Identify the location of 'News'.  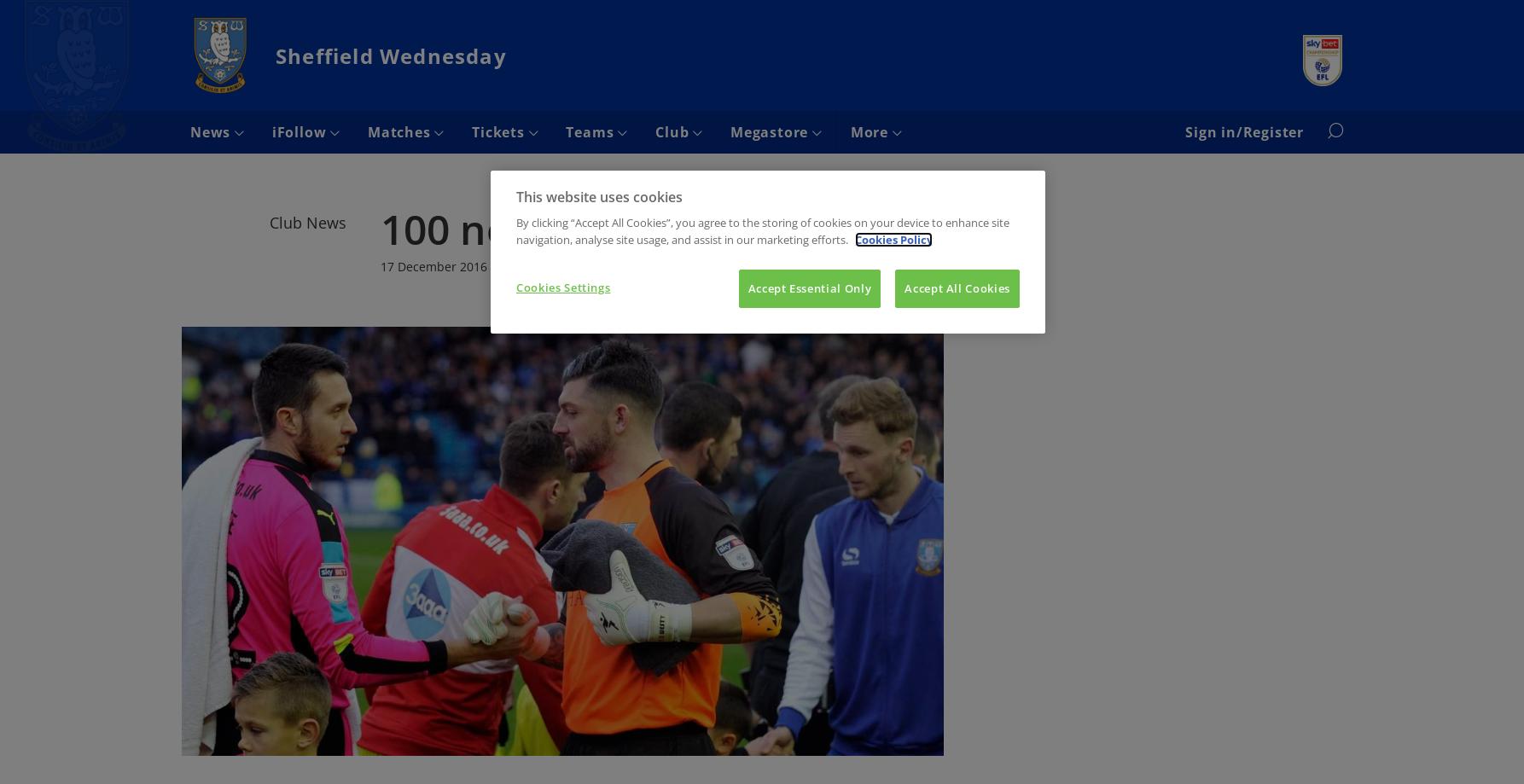
(211, 131).